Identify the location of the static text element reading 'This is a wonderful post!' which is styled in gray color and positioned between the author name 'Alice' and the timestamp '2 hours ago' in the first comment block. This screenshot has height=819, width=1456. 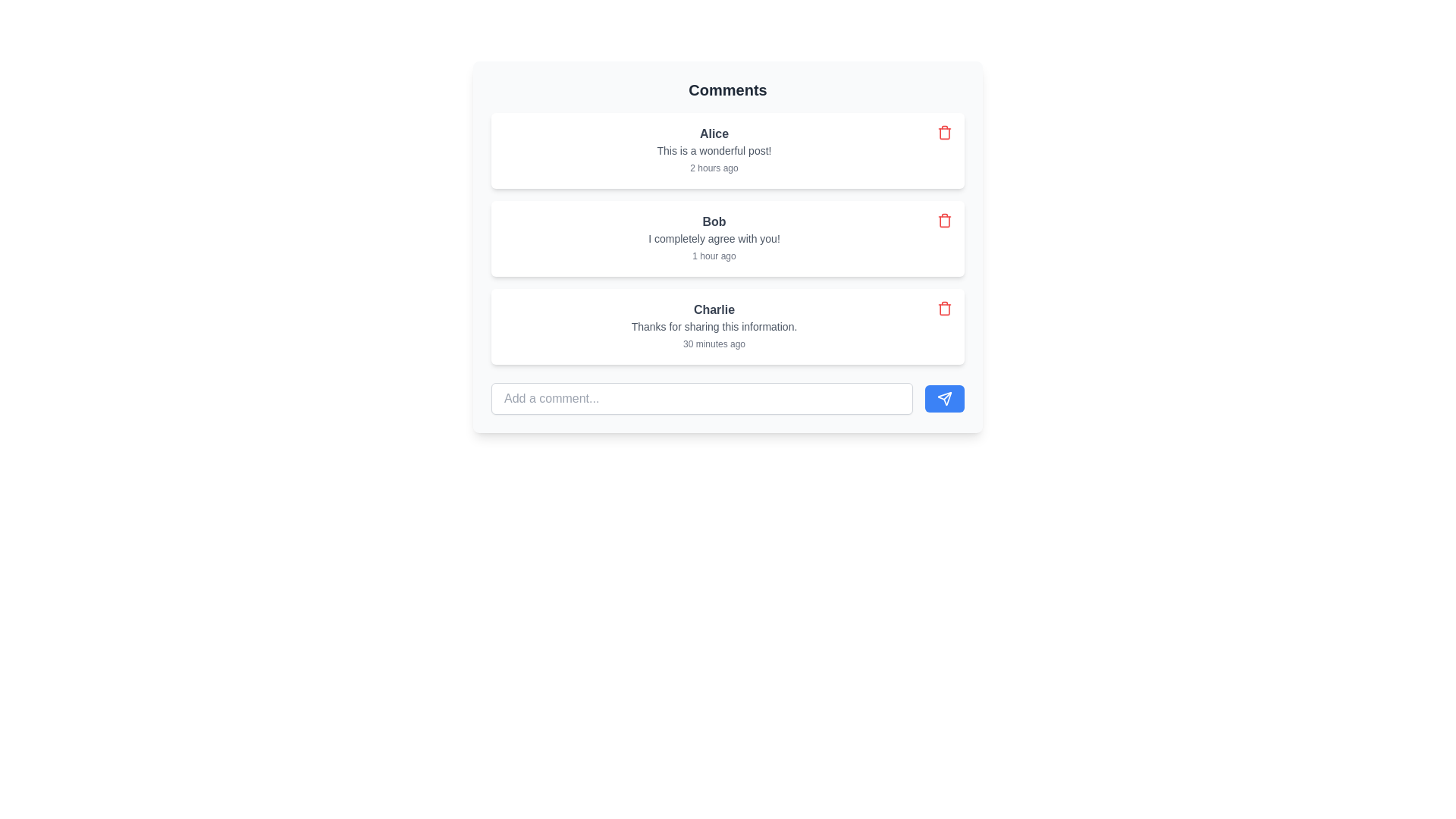
(713, 151).